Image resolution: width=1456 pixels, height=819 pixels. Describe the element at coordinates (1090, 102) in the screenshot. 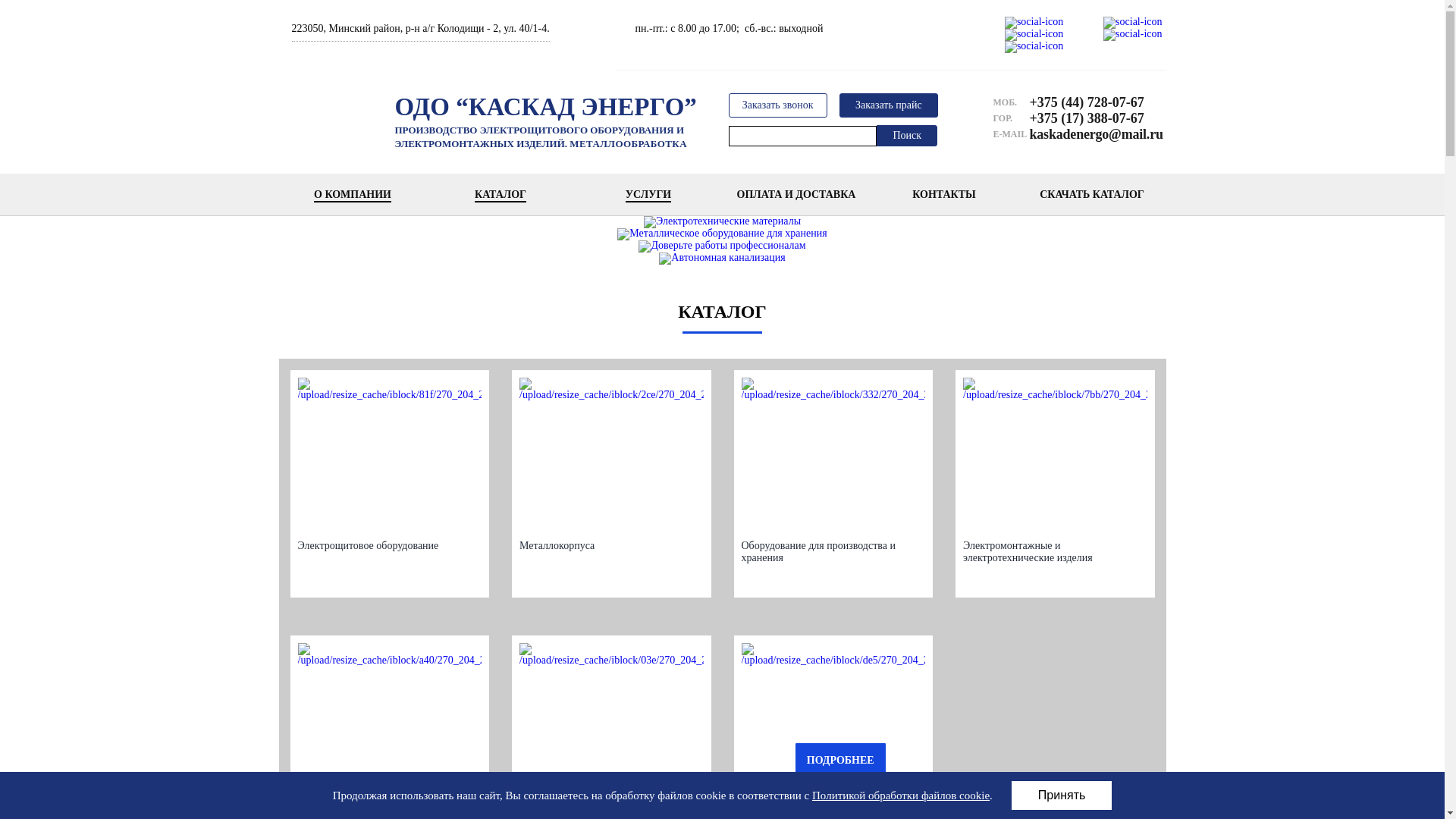

I see `'+375 (44) 728-07-67'` at that location.